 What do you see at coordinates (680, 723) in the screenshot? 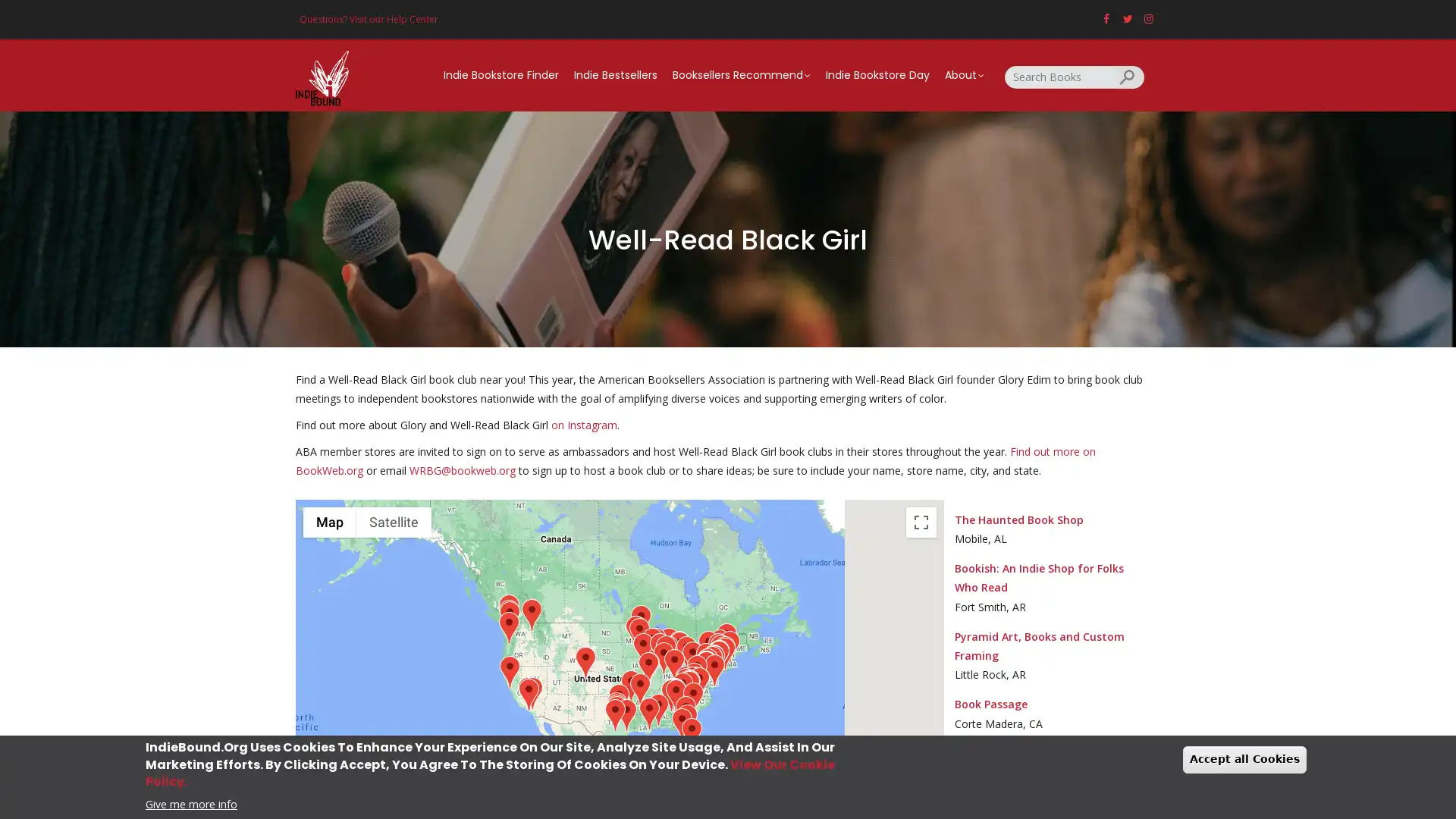
I see `Cultured Books` at bounding box center [680, 723].